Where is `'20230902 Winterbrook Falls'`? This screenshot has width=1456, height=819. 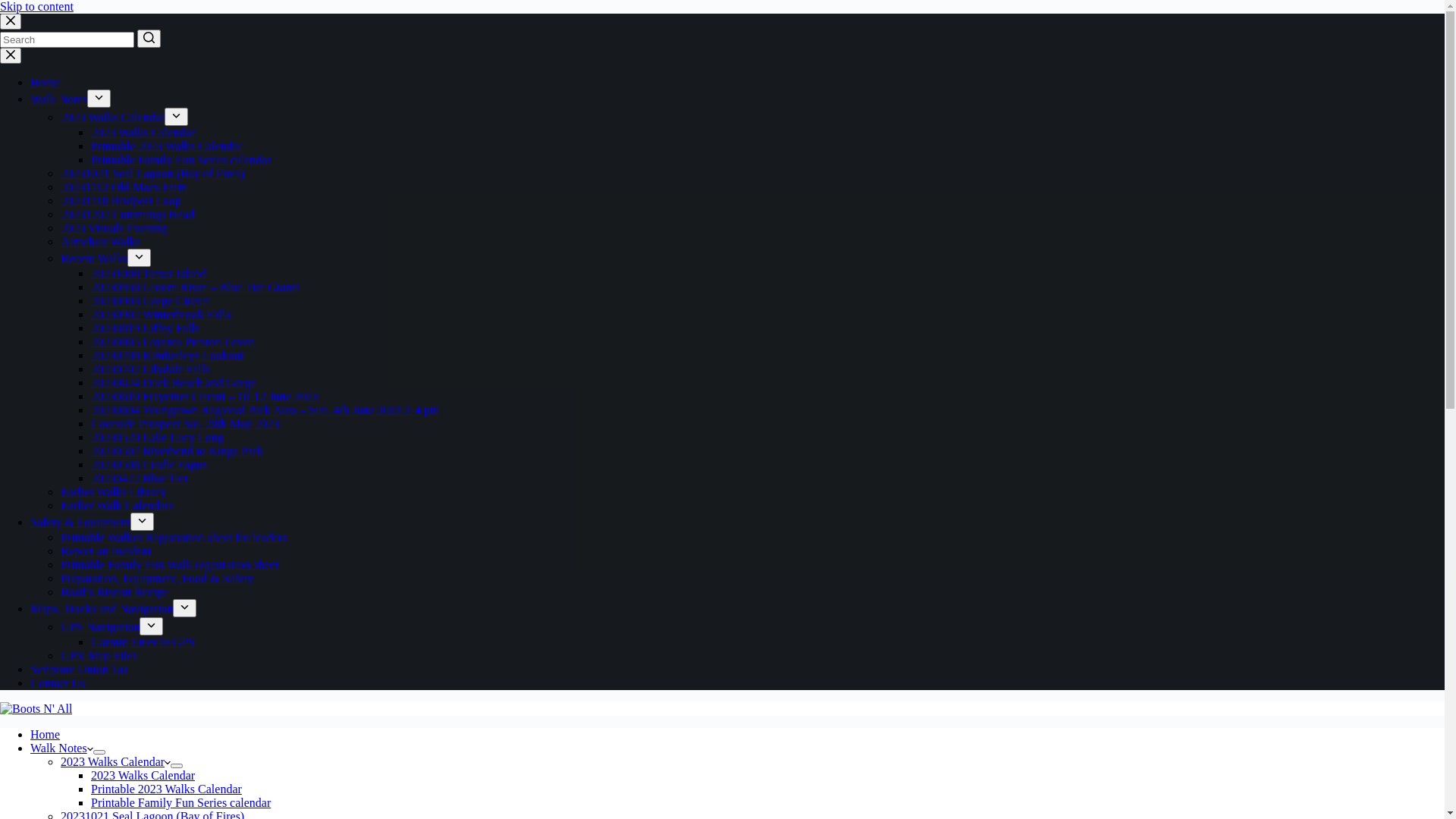 '20230902 Winterbrook Falls' is located at coordinates (160, 313).